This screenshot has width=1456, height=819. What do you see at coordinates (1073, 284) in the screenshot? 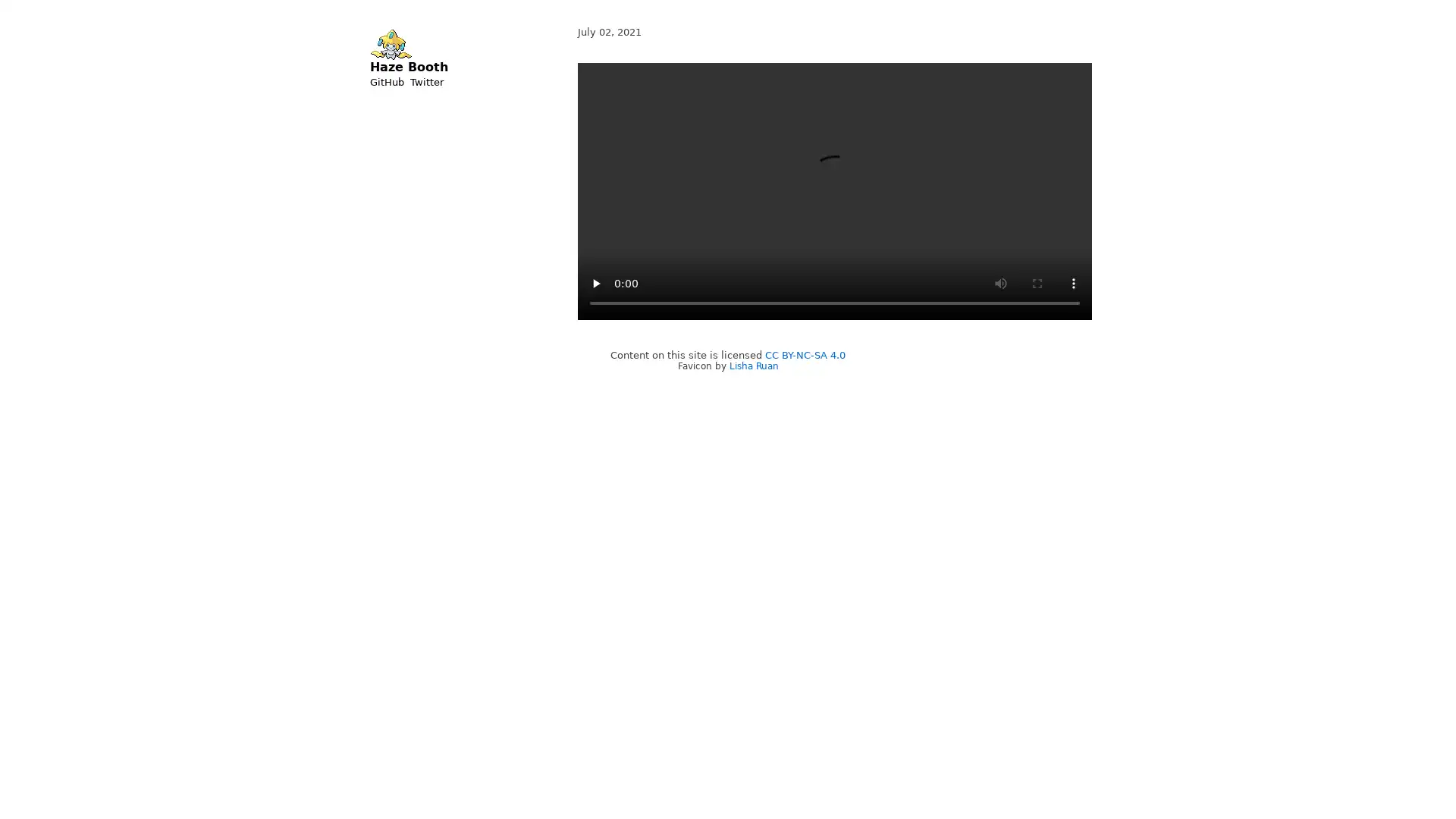
I see `show more media controls` at bounding box center [1073, 284].